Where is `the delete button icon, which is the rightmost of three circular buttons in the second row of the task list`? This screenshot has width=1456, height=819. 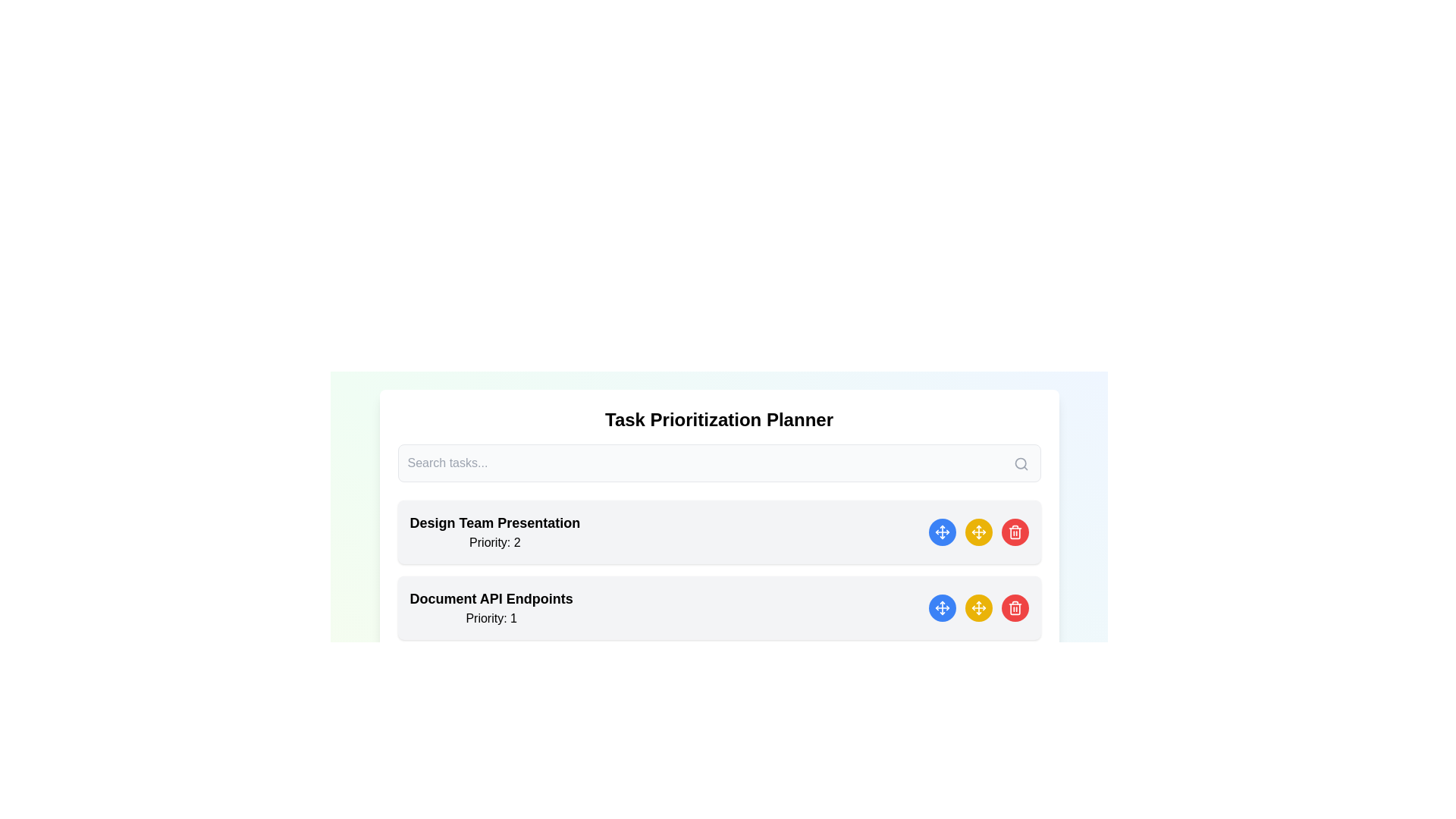 the delete button icon, which is the rightmost of three circular buttons in the second row of the task list is located at coordinates (1015, 607).